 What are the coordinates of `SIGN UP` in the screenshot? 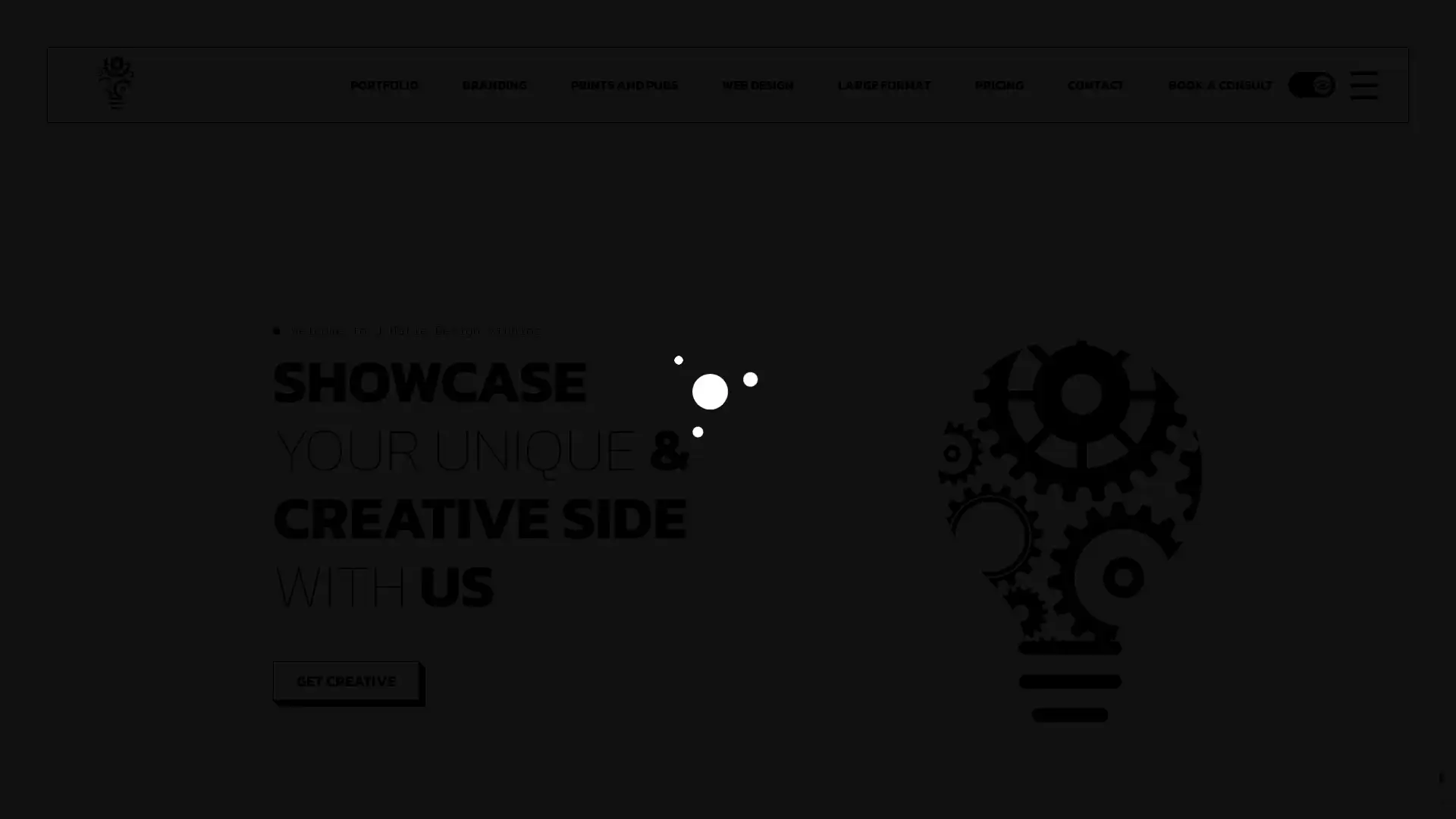 It's located at (1235, 681).